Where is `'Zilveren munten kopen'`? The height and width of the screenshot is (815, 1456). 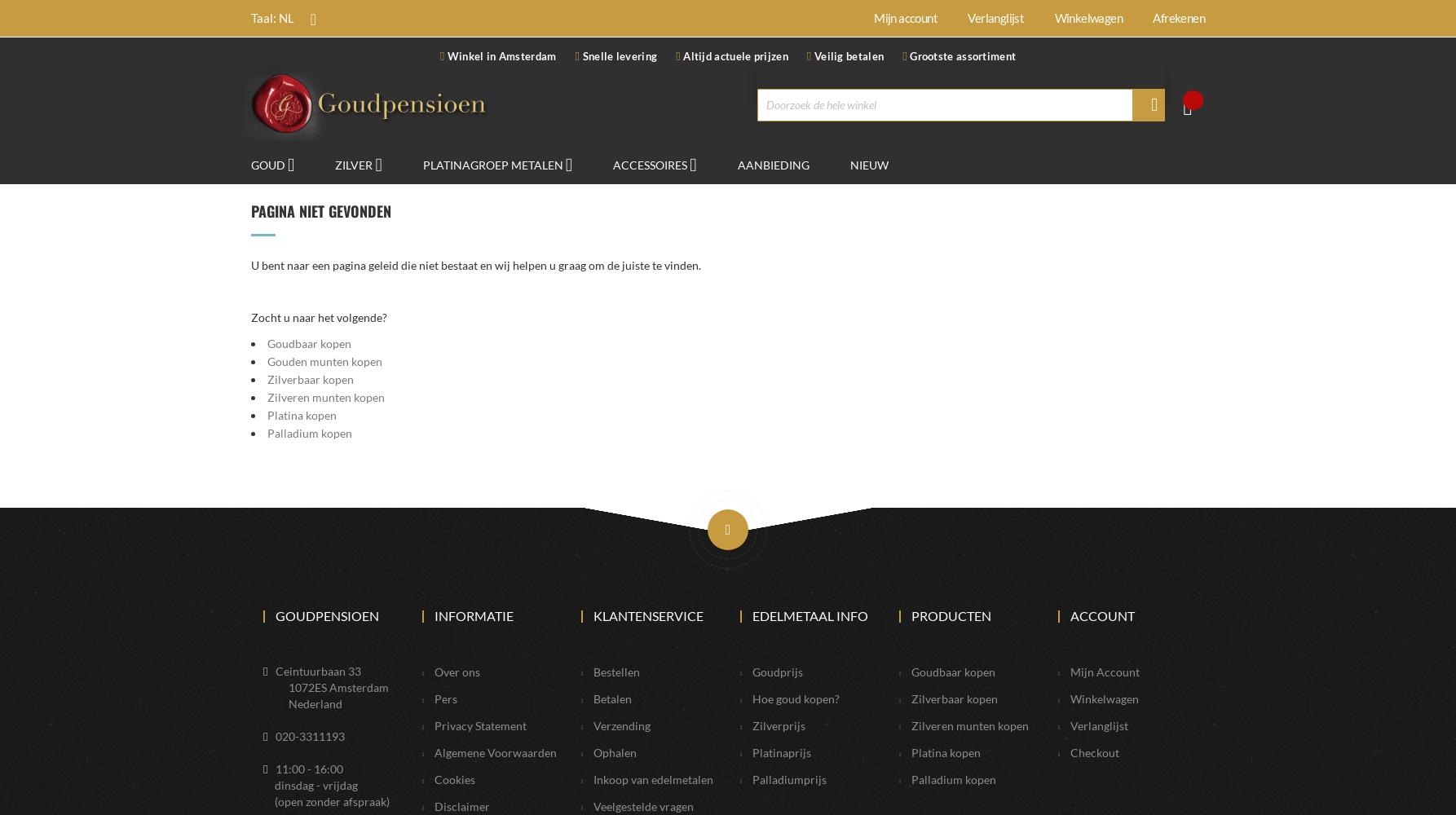 'Zilveren munten kopen' is located at coordinates (326, 396).